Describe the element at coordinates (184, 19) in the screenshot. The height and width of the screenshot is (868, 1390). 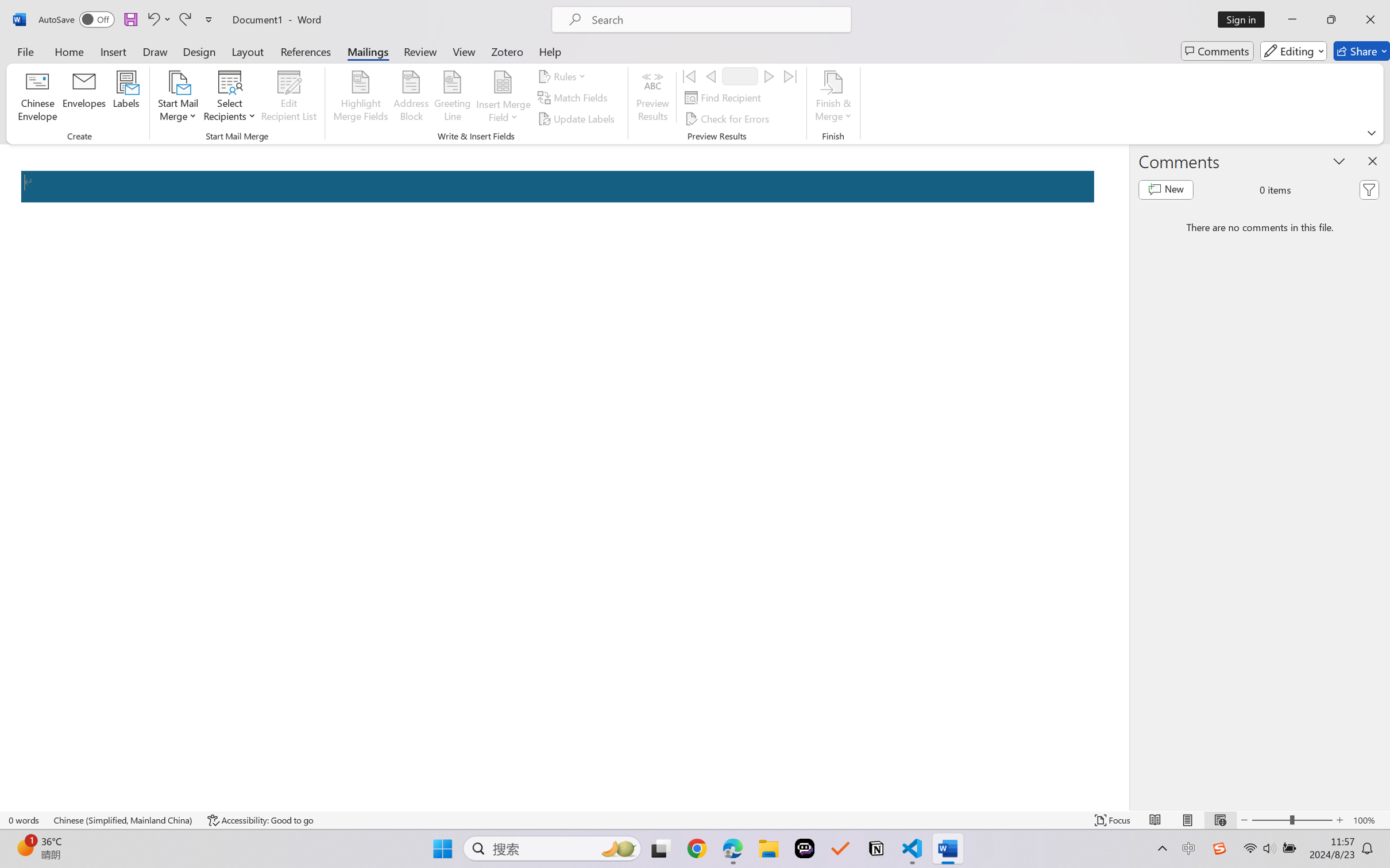
I see `'Redo Apply Quick Style'` at that location.